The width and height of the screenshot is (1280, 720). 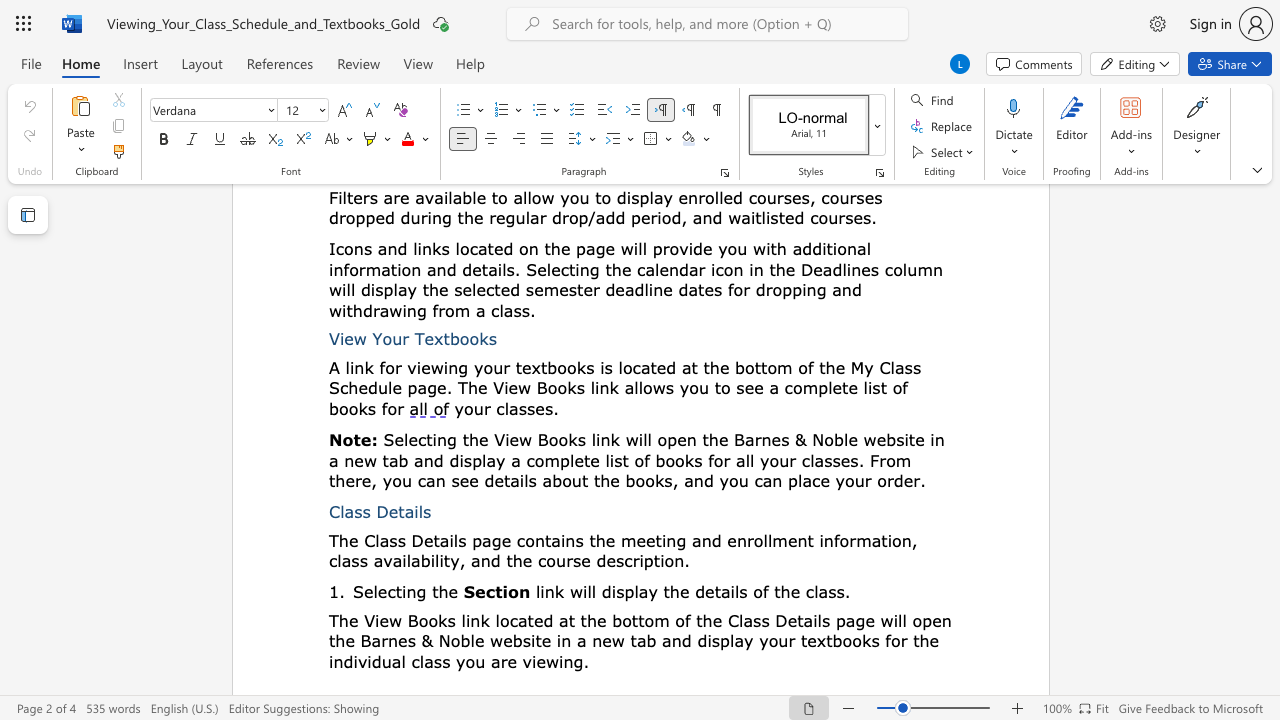 I want to click on the 1th character "l" in the text, so click(x=375, y=590).